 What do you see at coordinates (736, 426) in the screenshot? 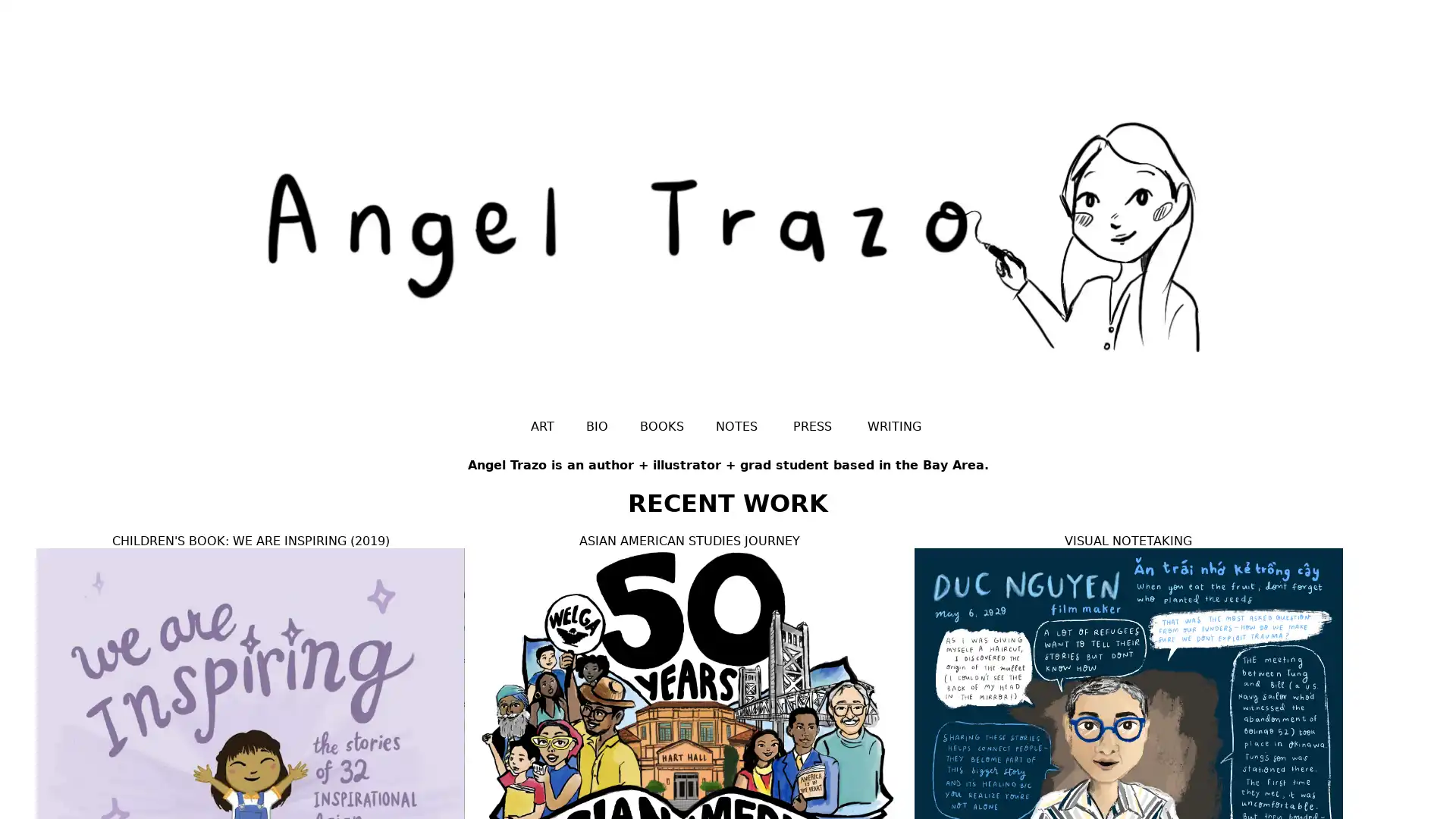
I see `NOTES` at bounding box center [736, 426].